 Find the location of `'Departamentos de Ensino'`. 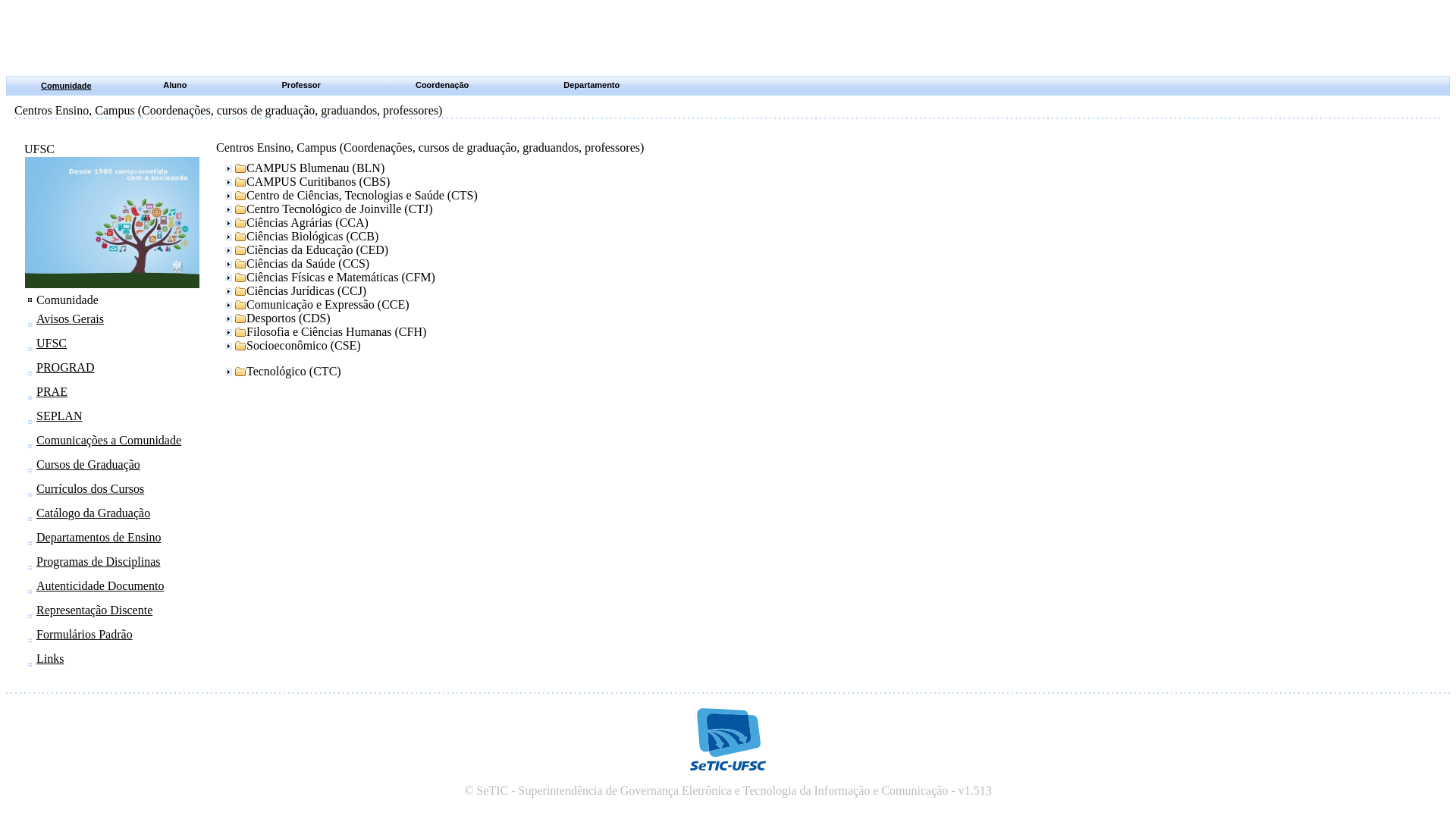

'Departamentos de Ensino' is located at coordinates (97, 536).